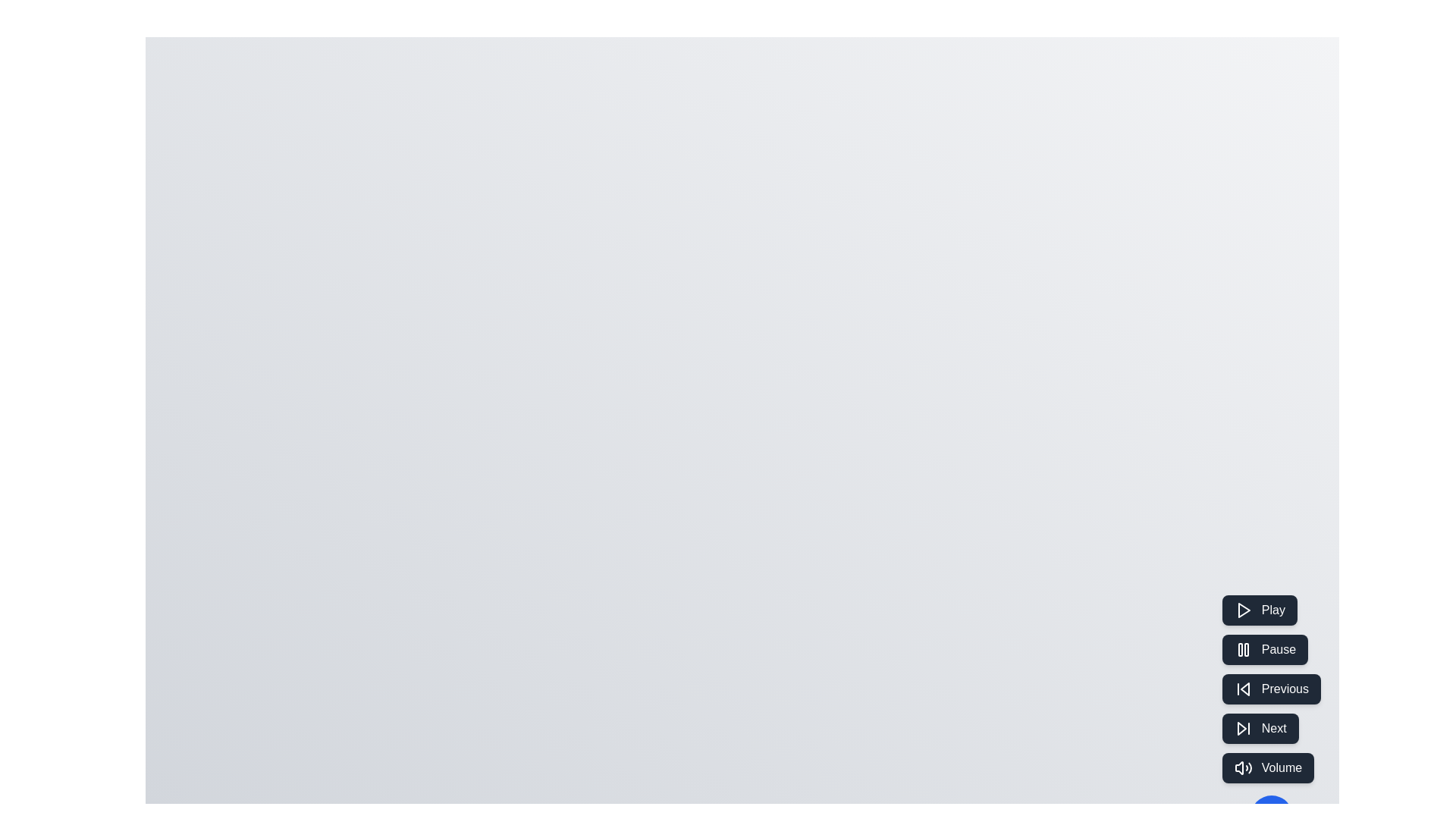  Describe the element at coordinates (1259, 610) in the screenshot. I see `the Play button to start media playback` at that location.